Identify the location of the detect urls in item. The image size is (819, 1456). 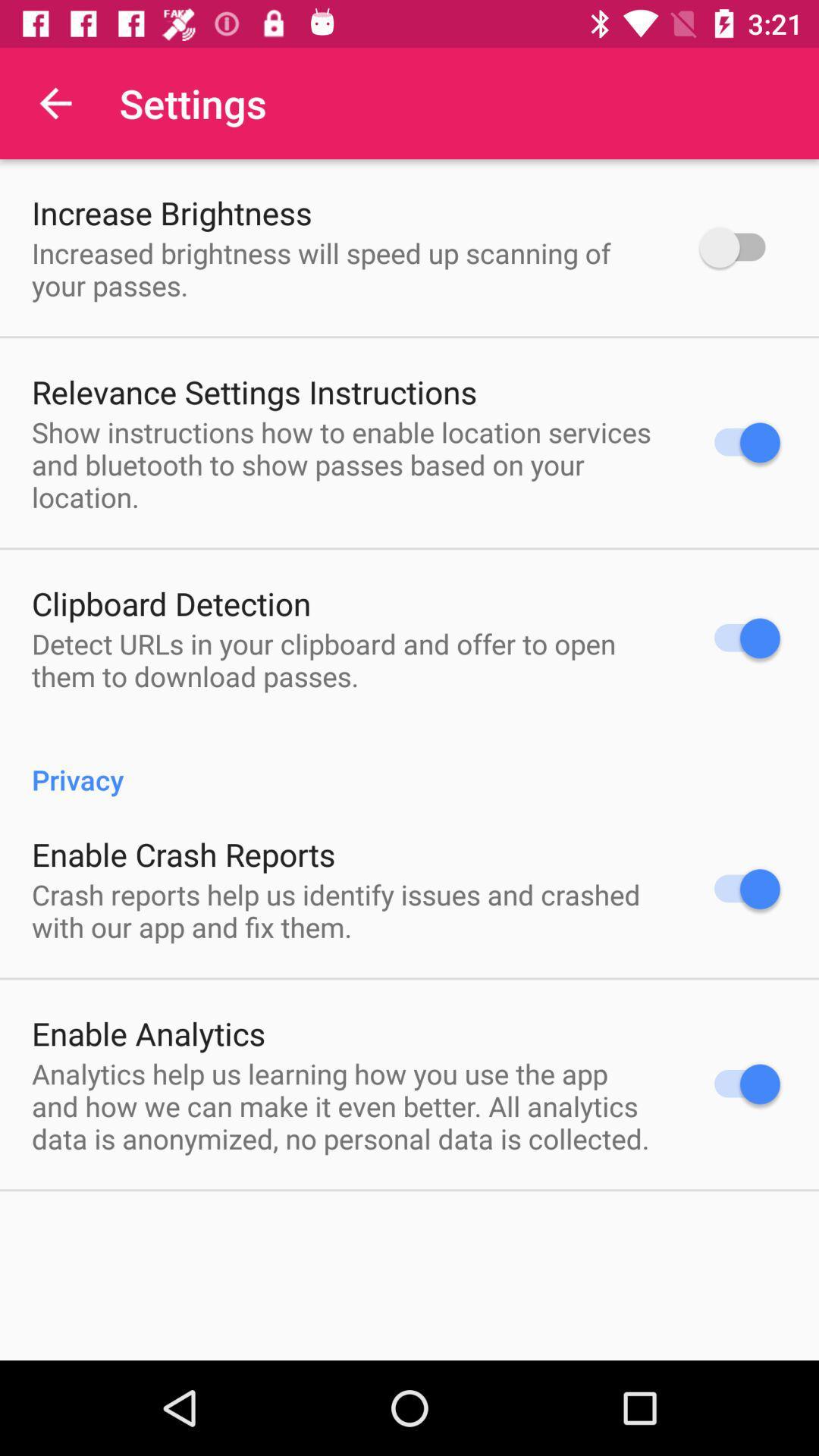
(346, 660).